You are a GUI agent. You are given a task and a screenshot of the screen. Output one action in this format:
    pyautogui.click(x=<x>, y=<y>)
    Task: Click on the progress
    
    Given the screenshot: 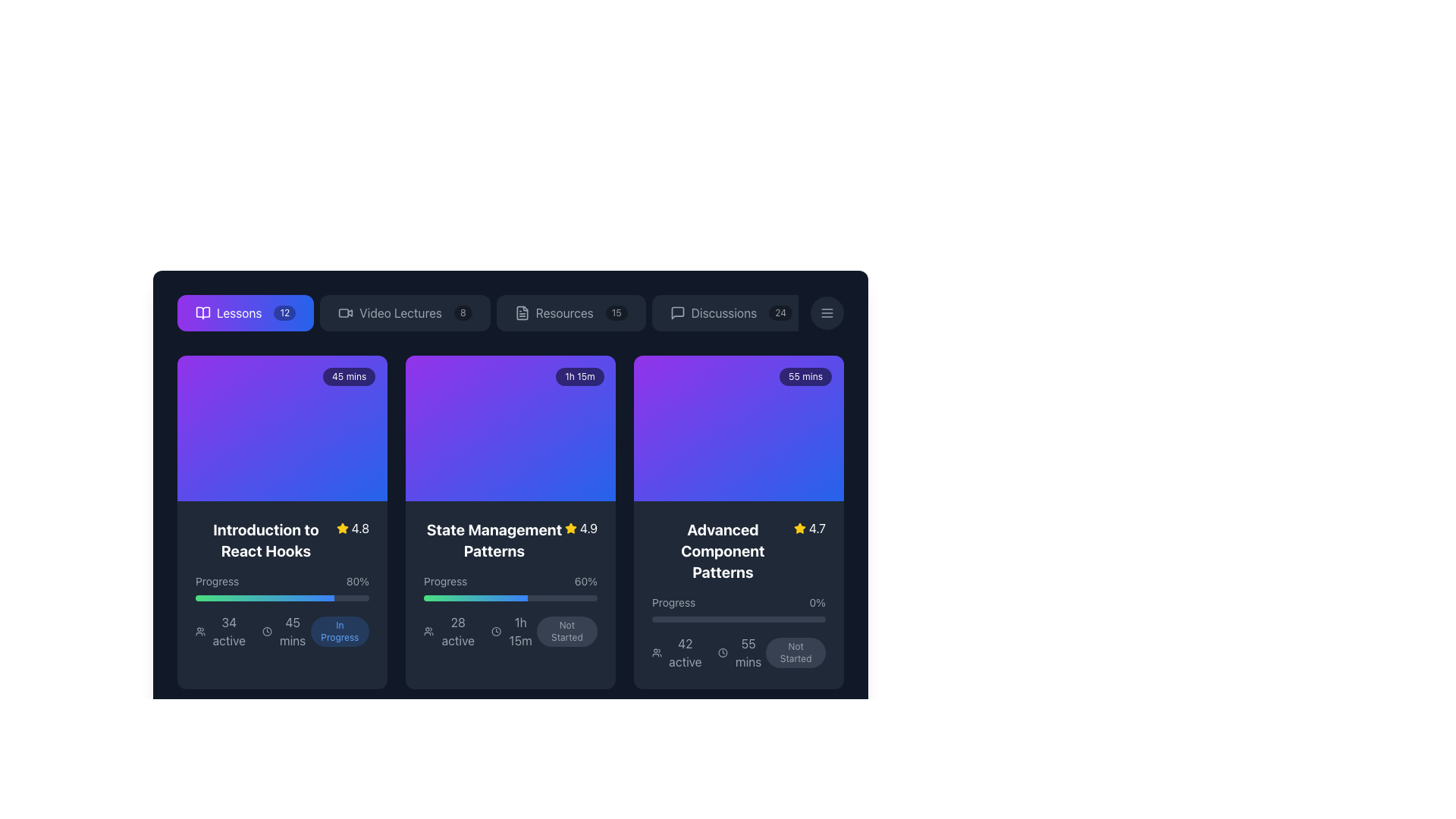 What is the action you would take?
    pyautogui.click(x=297, y=598)
    